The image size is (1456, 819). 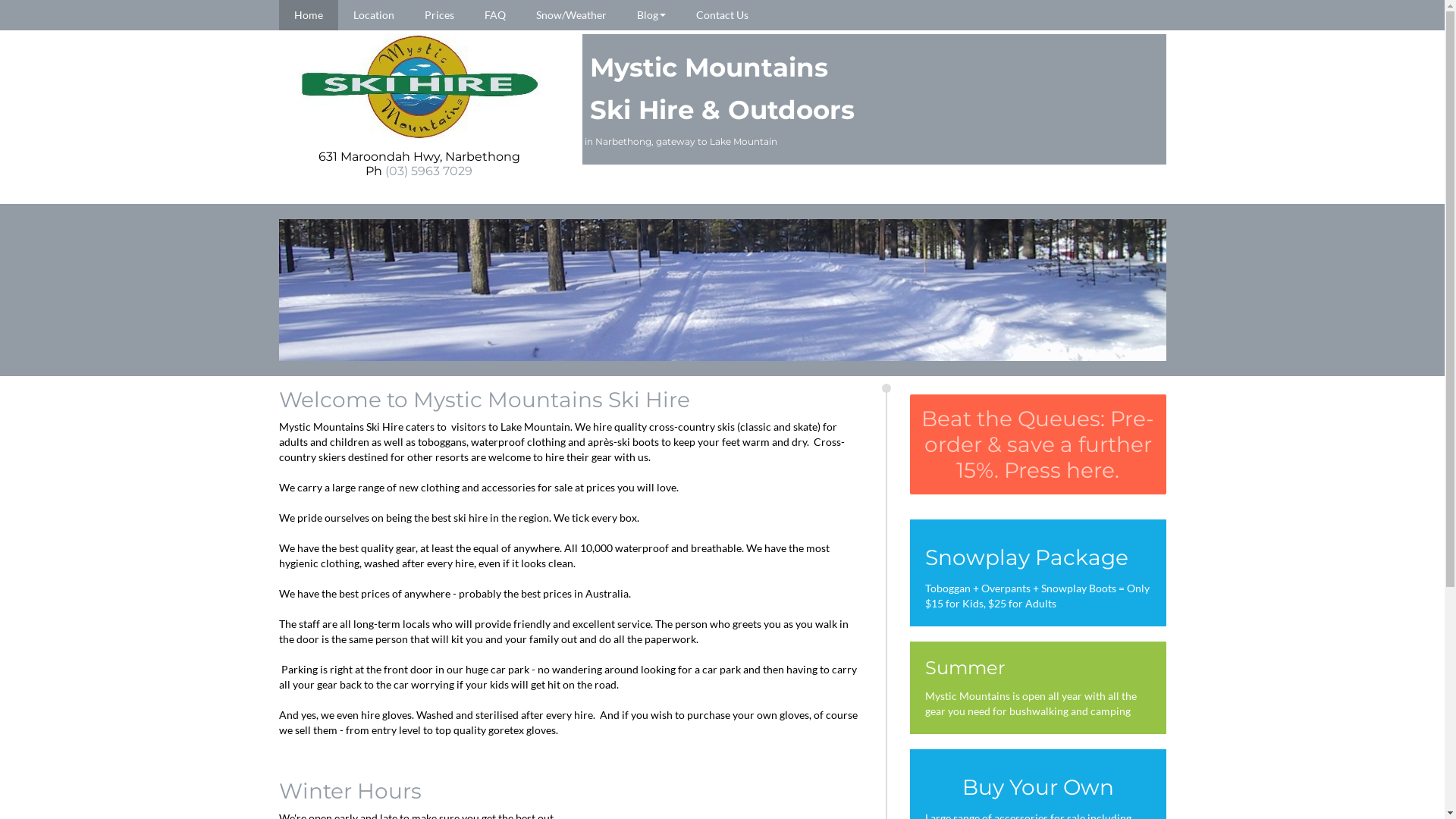 What do you see at coordinates (910, 444) in the screenshot?
I see `'Beat the Queues: Pre-order & save a further 15%. Press here.'` at bounding box center [910, 444].